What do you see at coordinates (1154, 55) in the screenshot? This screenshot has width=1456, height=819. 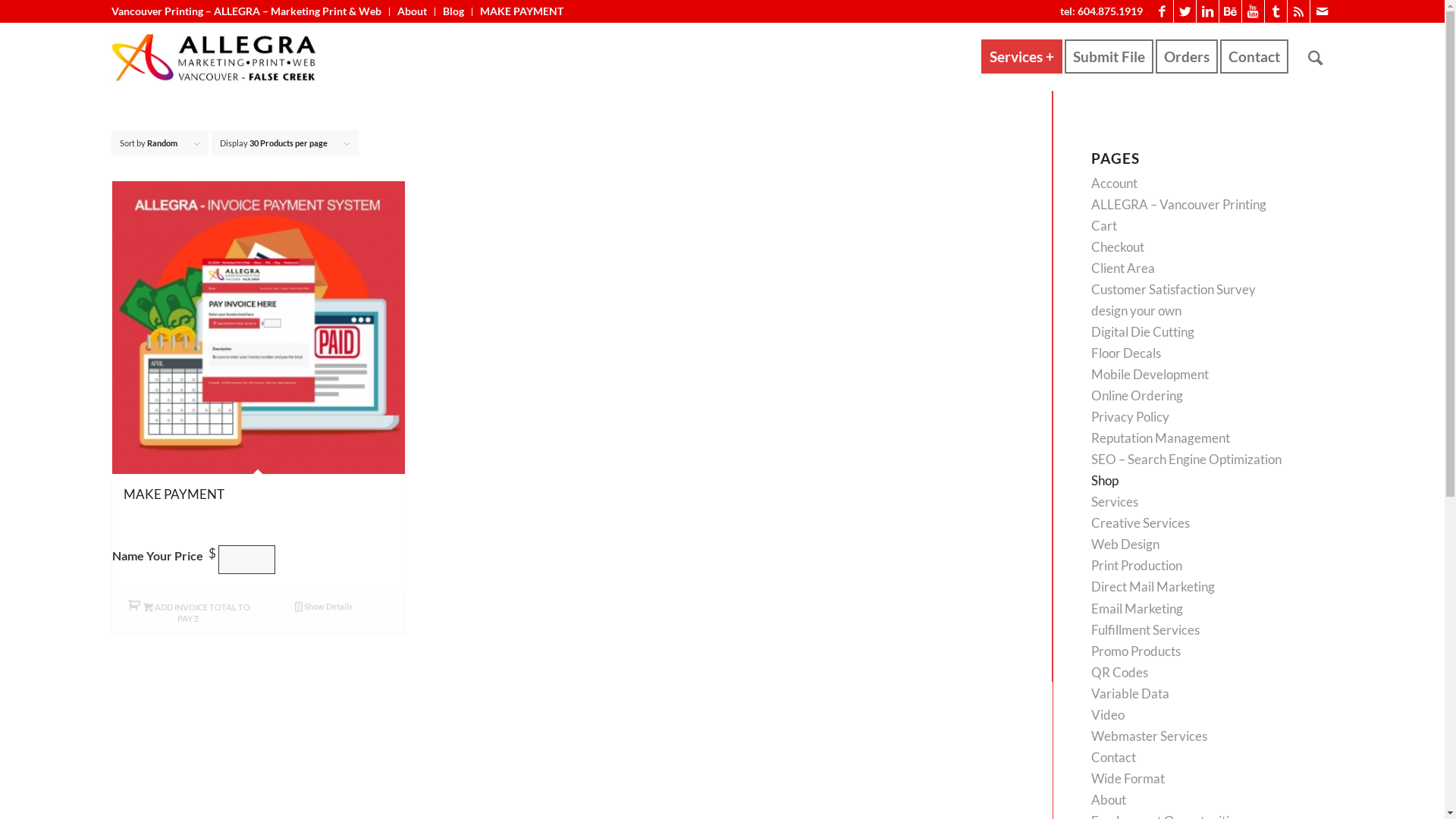 I see `'Orders'` at bounding box center [1154, 55].